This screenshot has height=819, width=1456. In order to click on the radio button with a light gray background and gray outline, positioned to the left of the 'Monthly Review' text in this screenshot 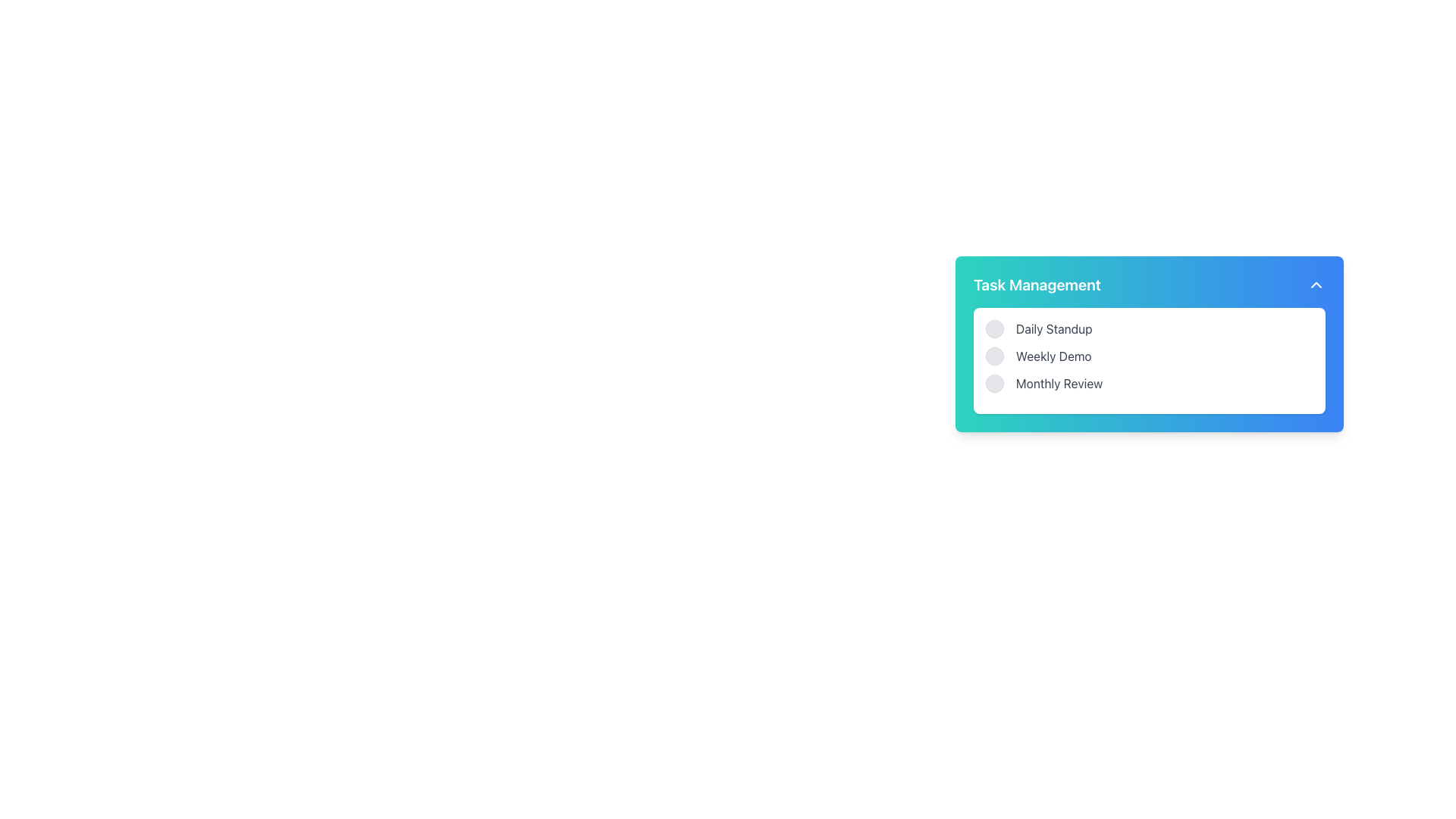, I will do `click(994, 382)`.